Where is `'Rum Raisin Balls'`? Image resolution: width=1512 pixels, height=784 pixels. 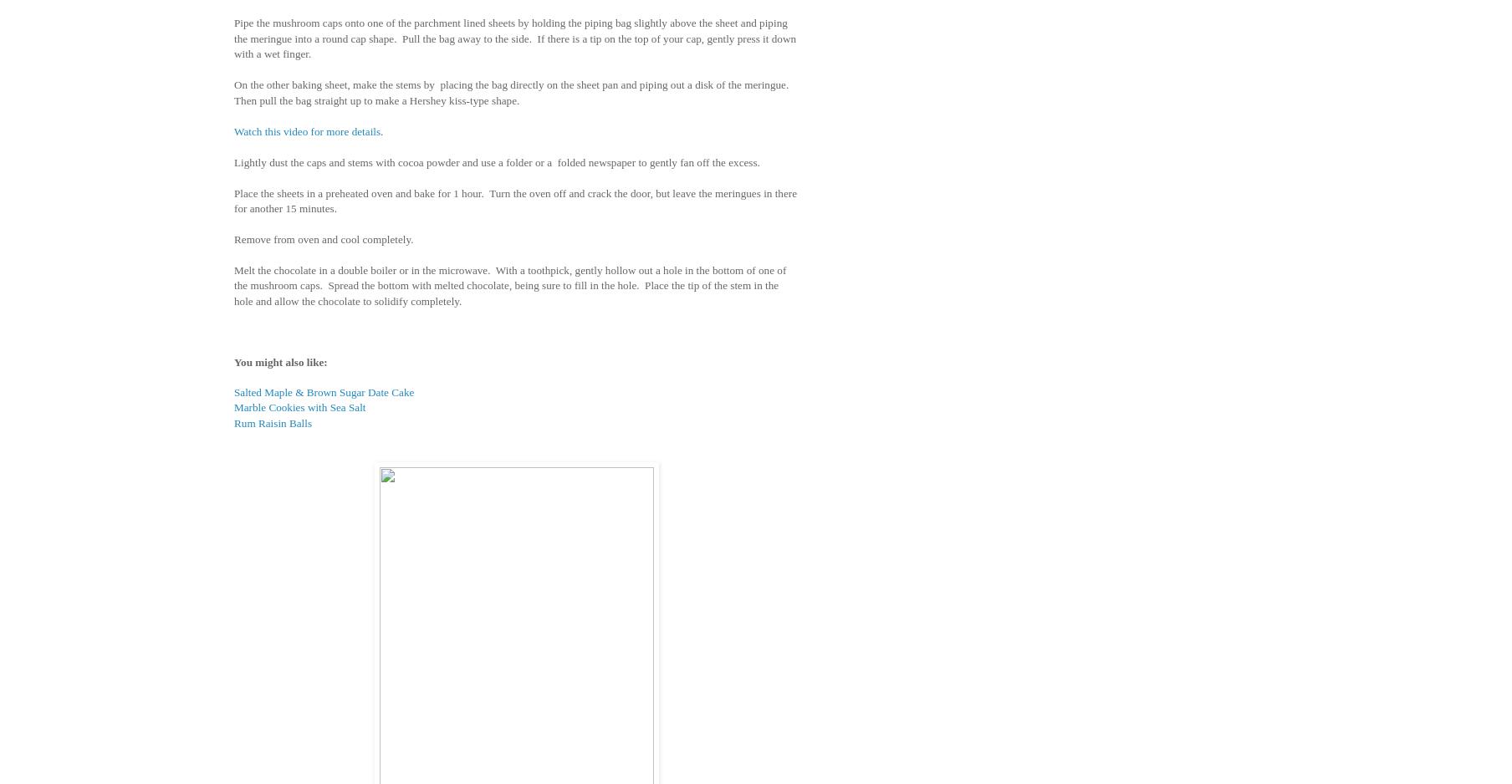 'Rum Raisin Balls' is located at coordinates (273, 421).